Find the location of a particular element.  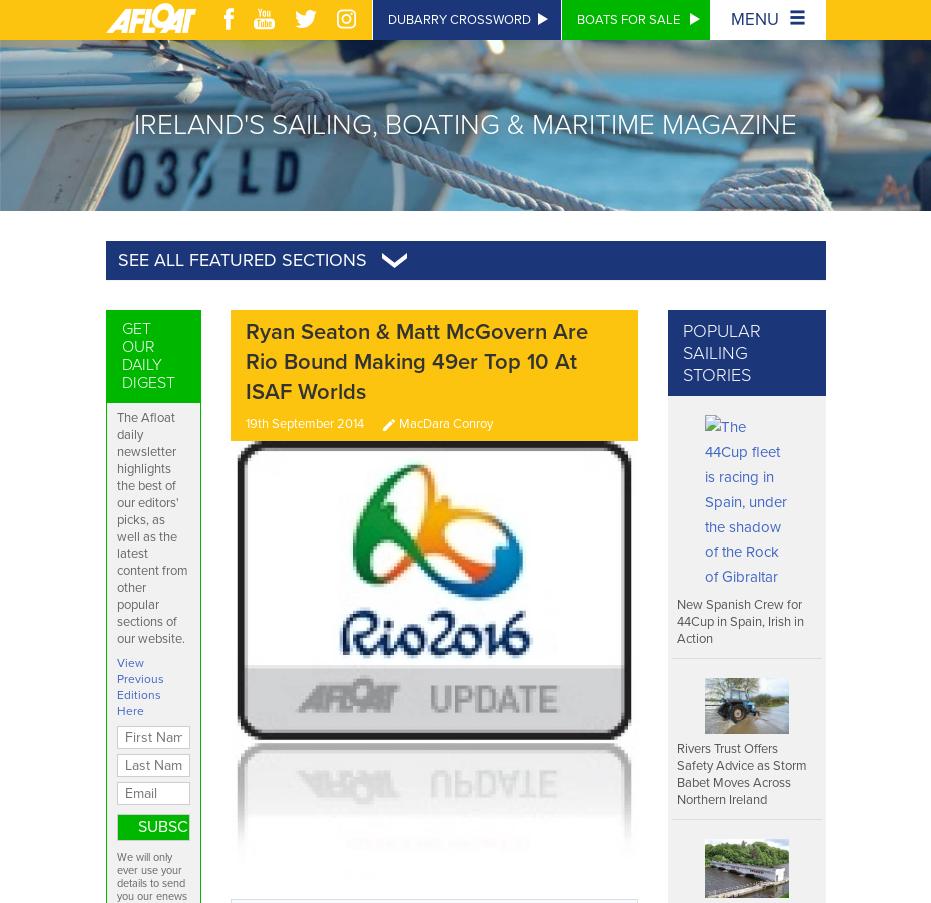

'The Afloat daily newsletter highlights the best of our editors' picks, as well as the latest content from other popular sections of our website.' is located at coordinates (150, 526).